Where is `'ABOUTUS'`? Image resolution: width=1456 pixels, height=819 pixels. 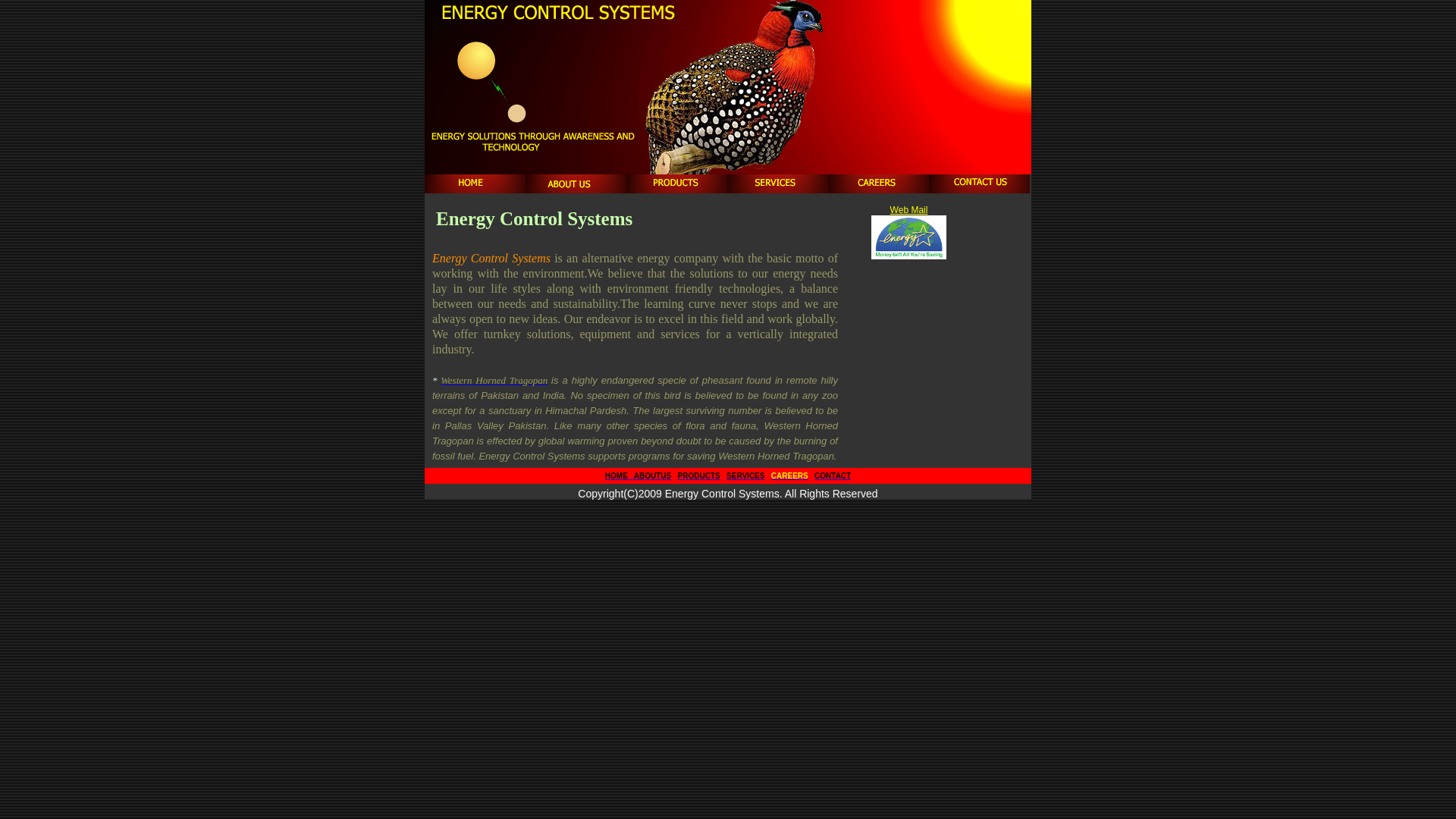
'ABOUTUS' is located at coordinates (651, 475).